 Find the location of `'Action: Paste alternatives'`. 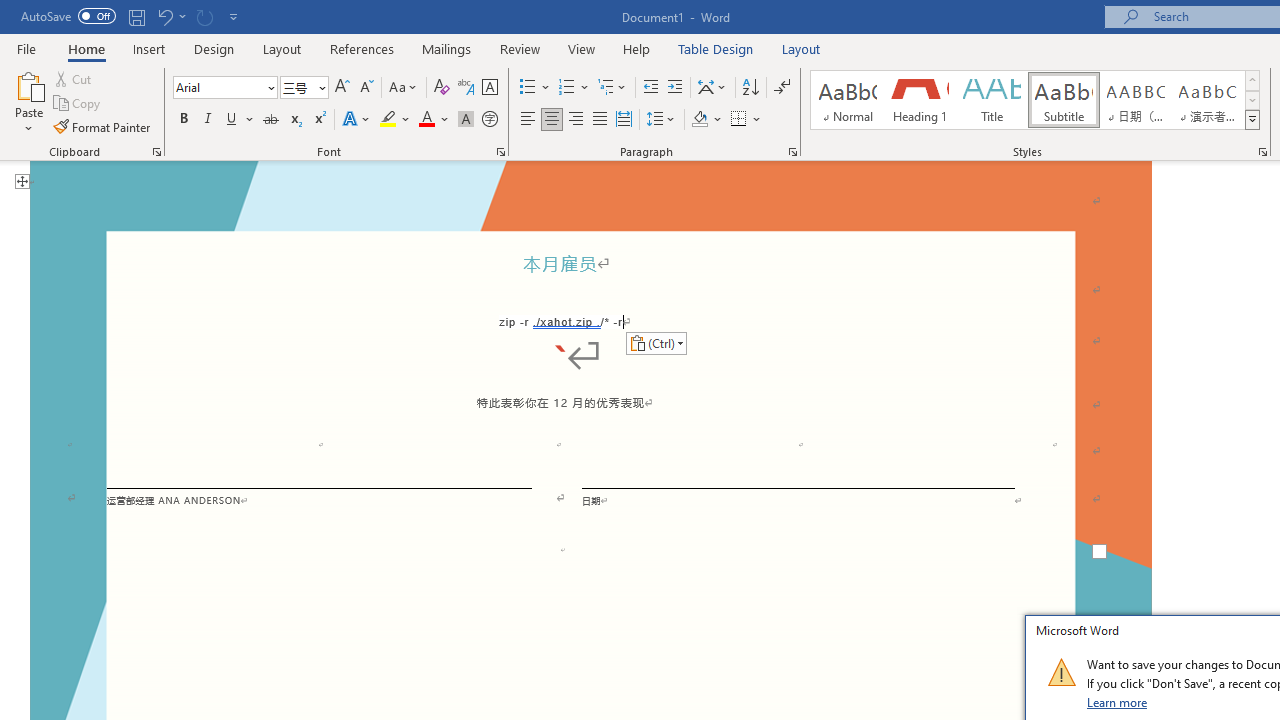

'Action: Paste alternatives' is located at coordinates (656, 342).